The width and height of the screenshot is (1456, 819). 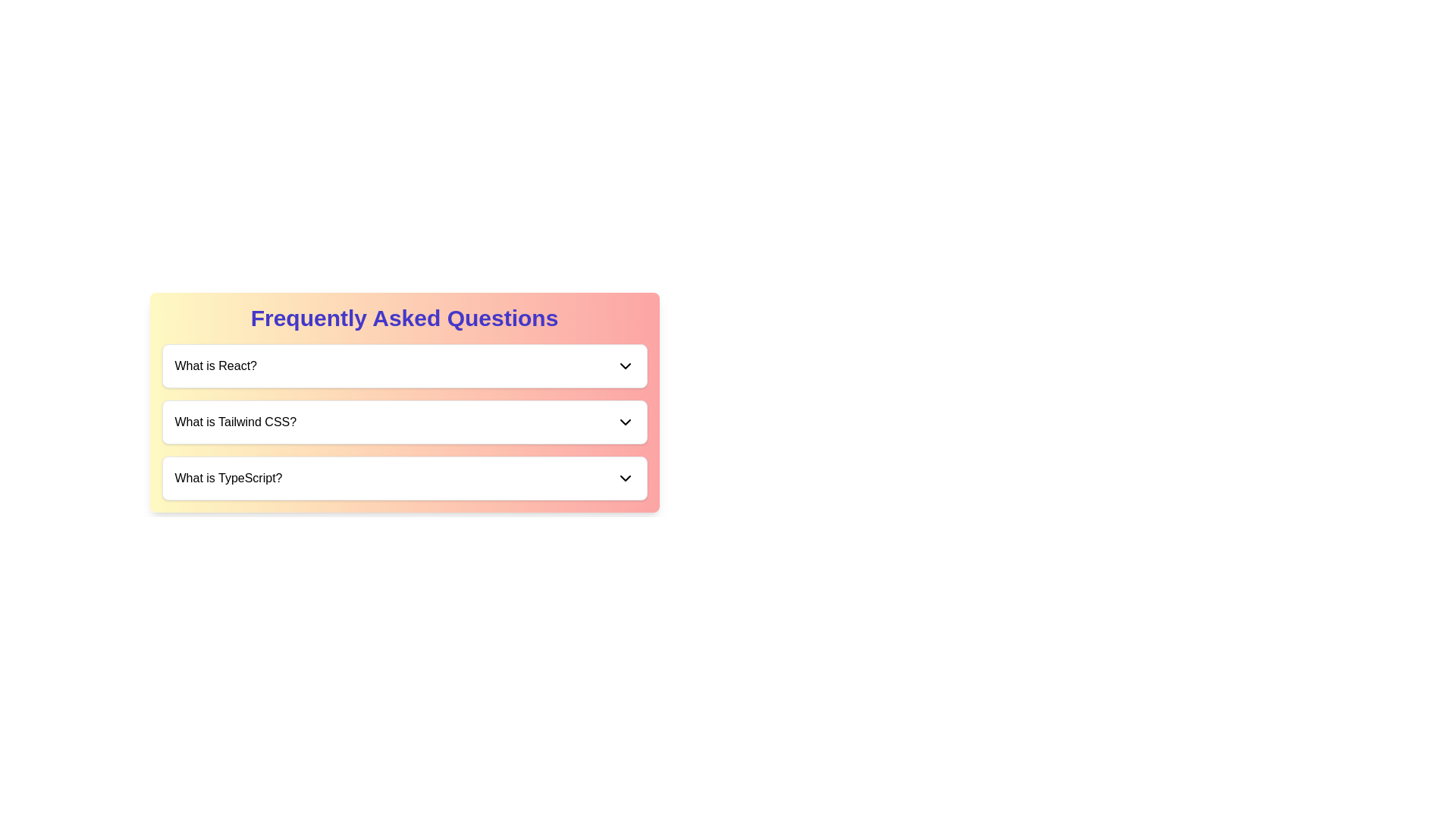 What do you see at coordinates (625, 479) in the screenshot?
I see `the chevron icon at the far-right end of the 'What is TypeScript?' section in the FAQ` at bounding box center [625, 479].